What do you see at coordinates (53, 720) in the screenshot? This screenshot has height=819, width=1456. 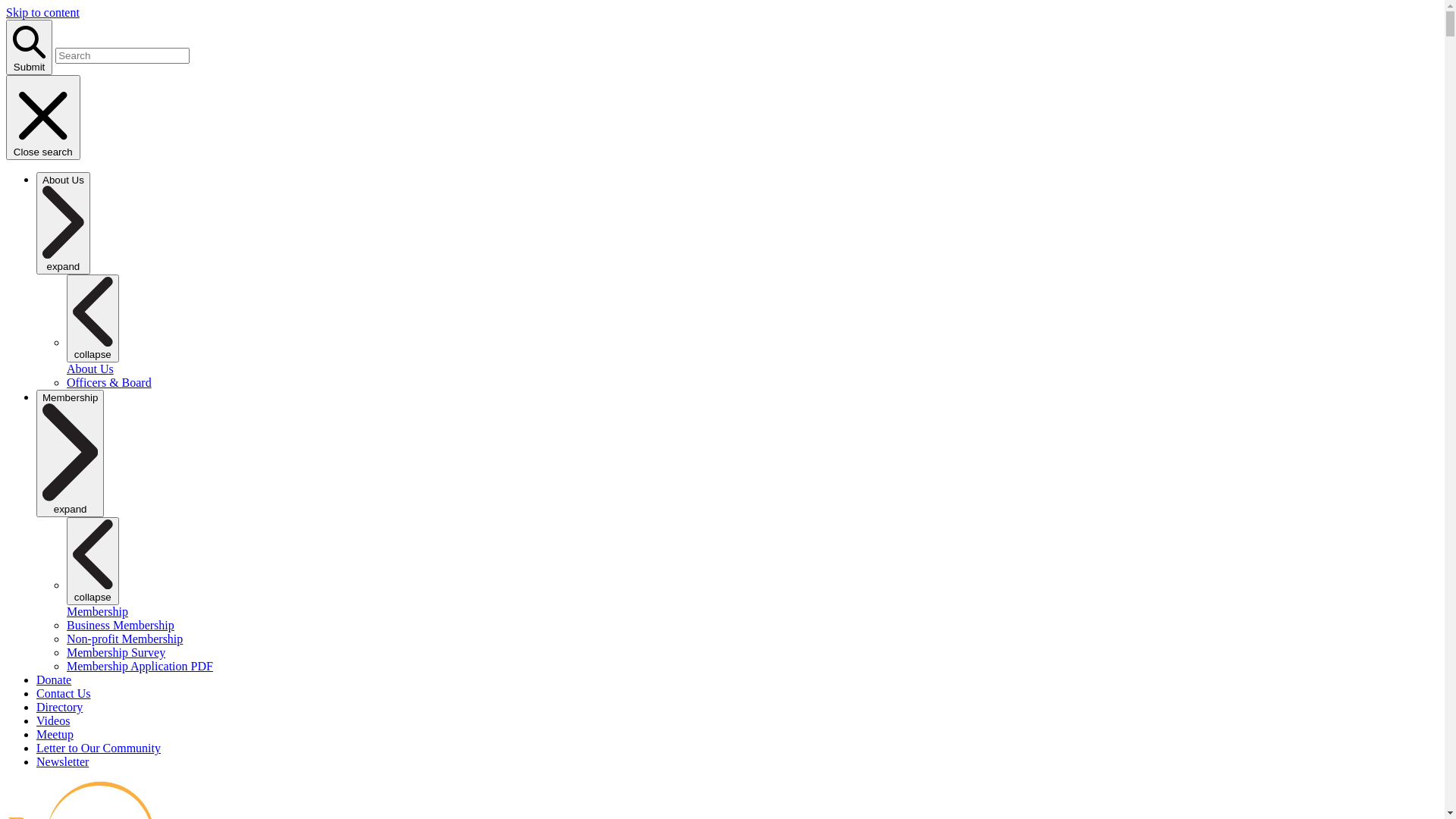 I see `'Videos'` at bounding box center [53, 720].